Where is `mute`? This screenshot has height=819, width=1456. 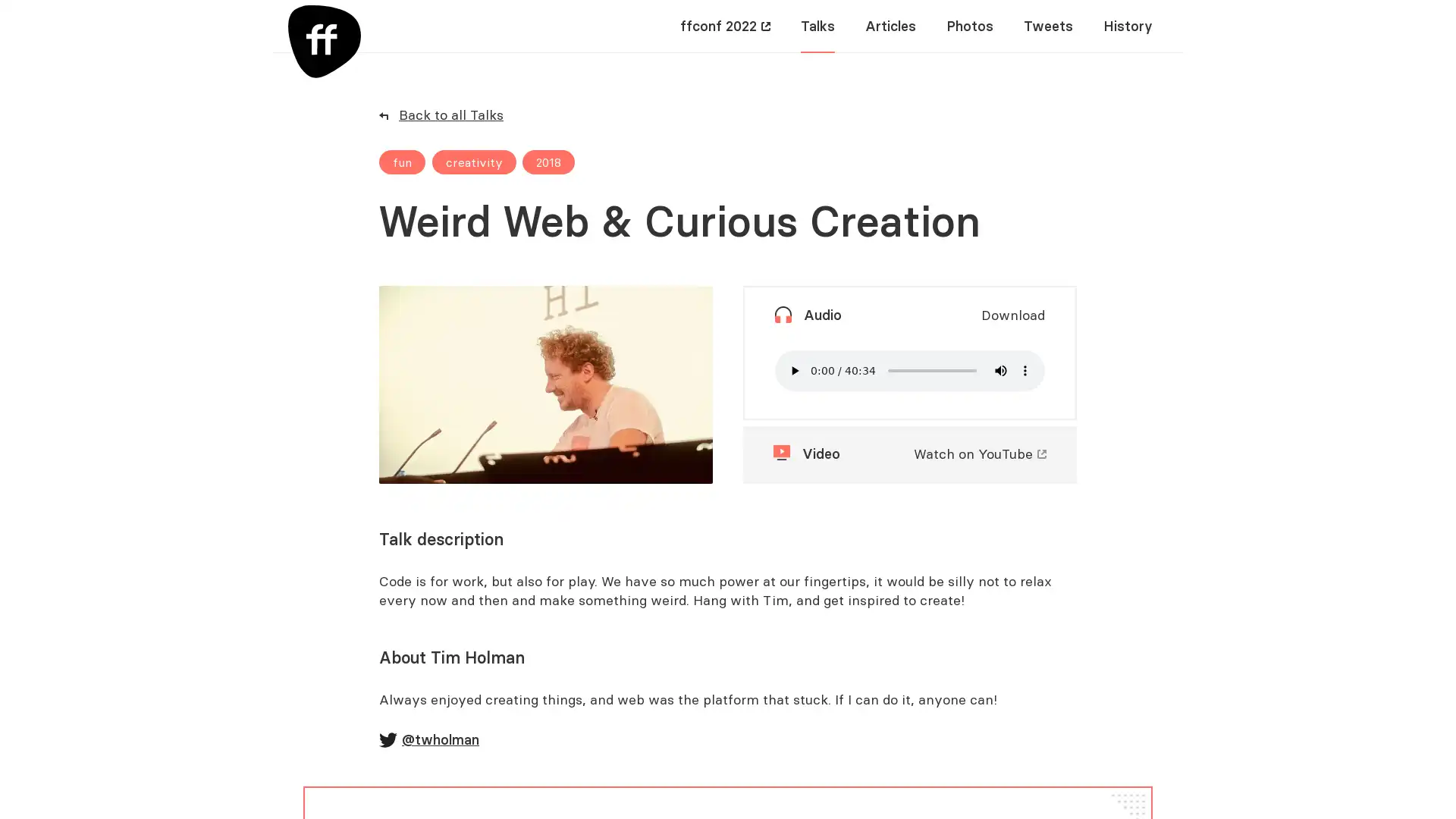 mute is located at coordinates (1001, 371).